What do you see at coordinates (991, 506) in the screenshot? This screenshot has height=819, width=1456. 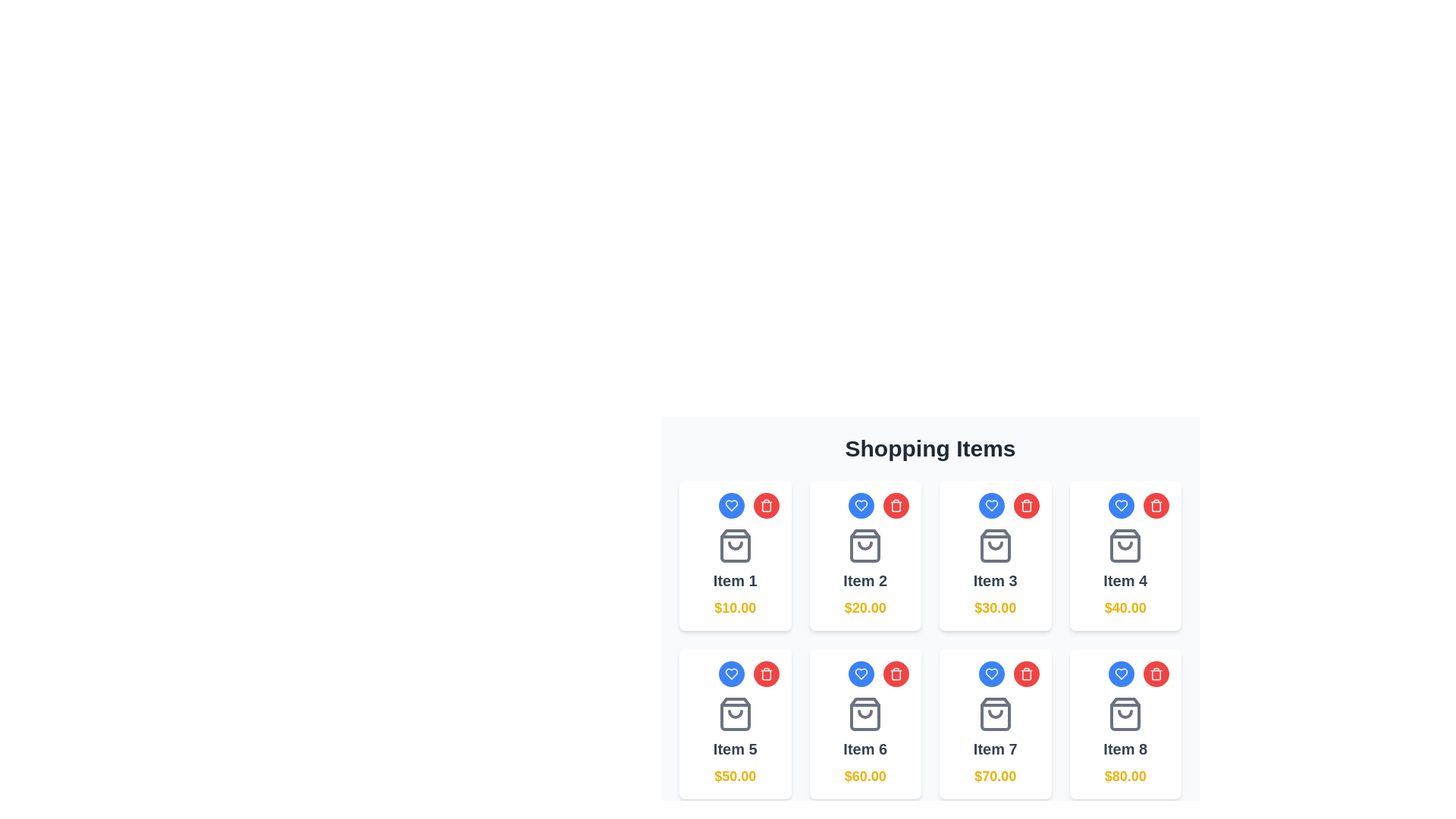 I see `the heart-shaped icon outlined in blue within a circular blue background located at the top left corner of the card labeled 'Item 3' to mark the item as a favorite` at bounding box center [991, 506].